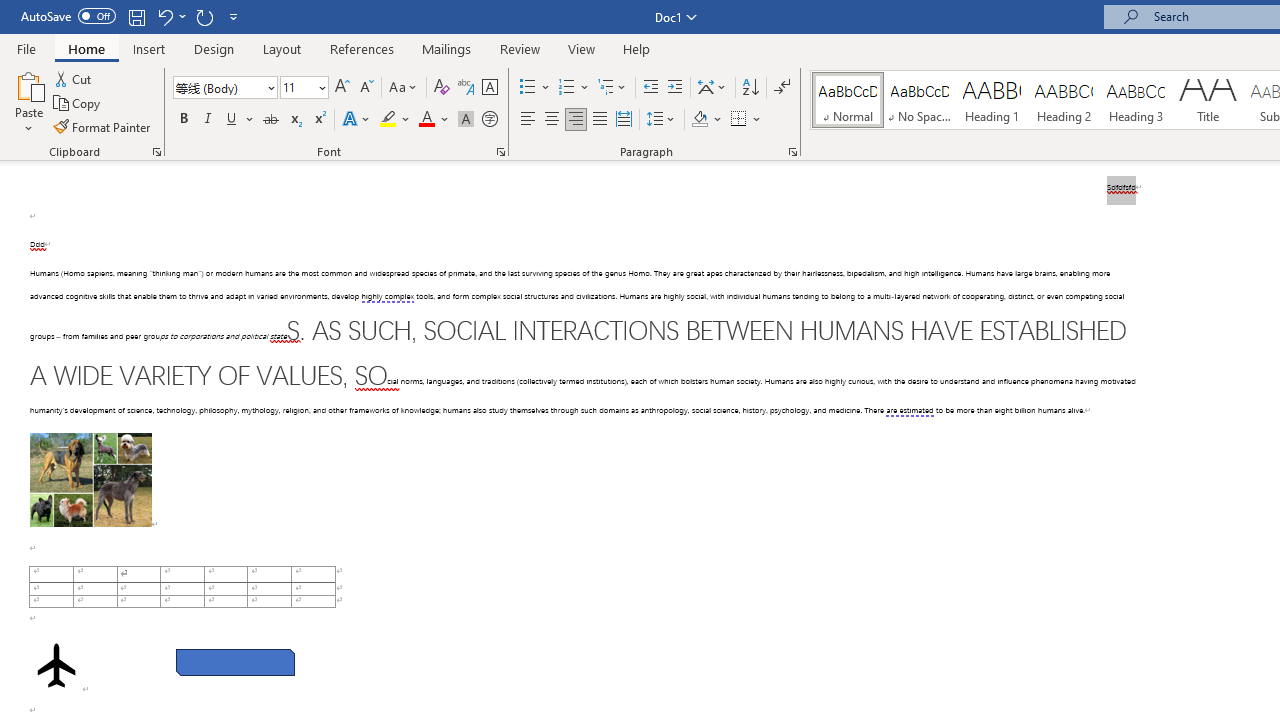 The image size is (1280, 720). Describe the element at coordinates (598, 119) in the screenshot. I see `'Justify'` at that location.